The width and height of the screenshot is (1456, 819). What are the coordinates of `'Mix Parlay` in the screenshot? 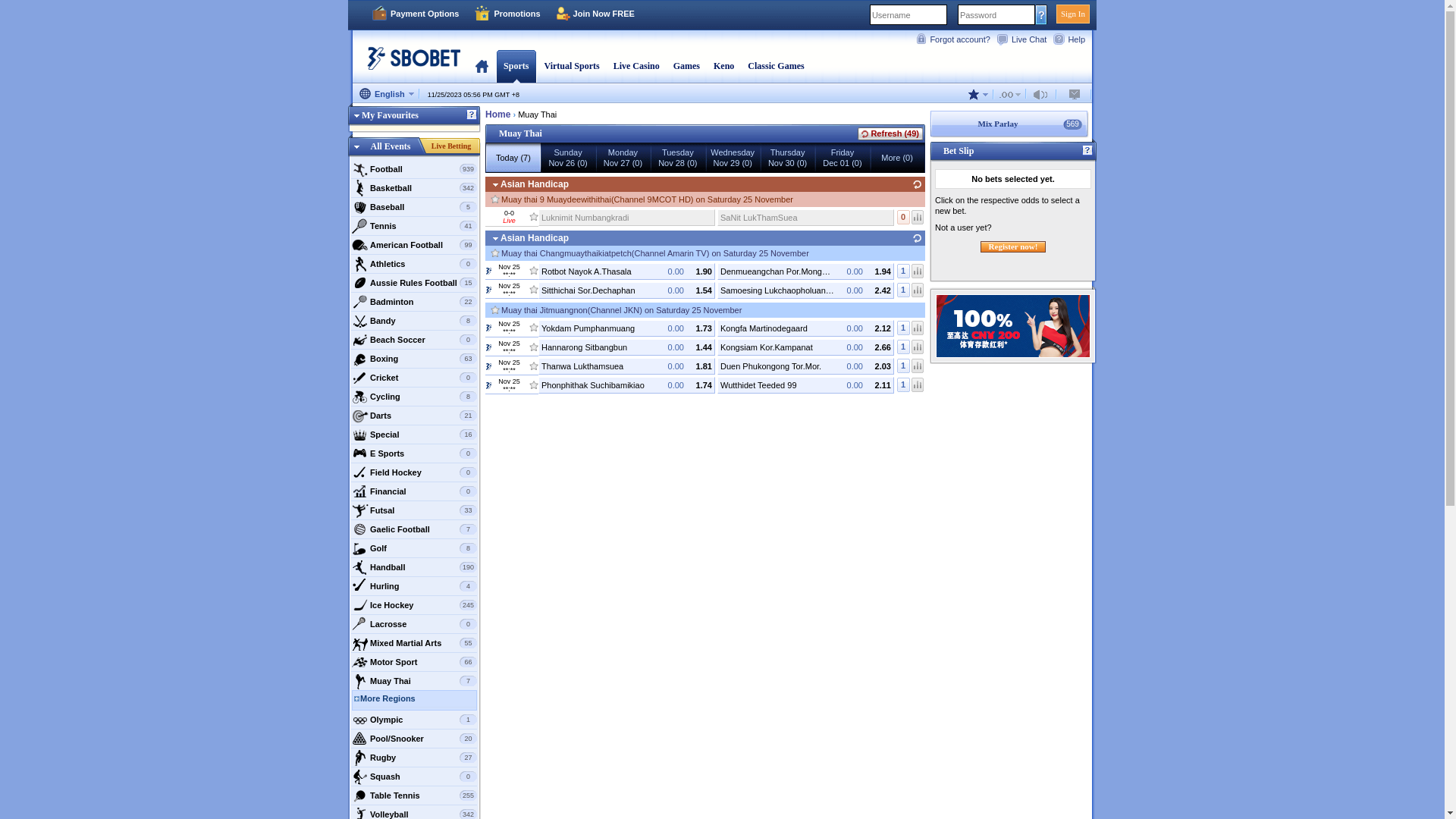 It's located at (928, 123).